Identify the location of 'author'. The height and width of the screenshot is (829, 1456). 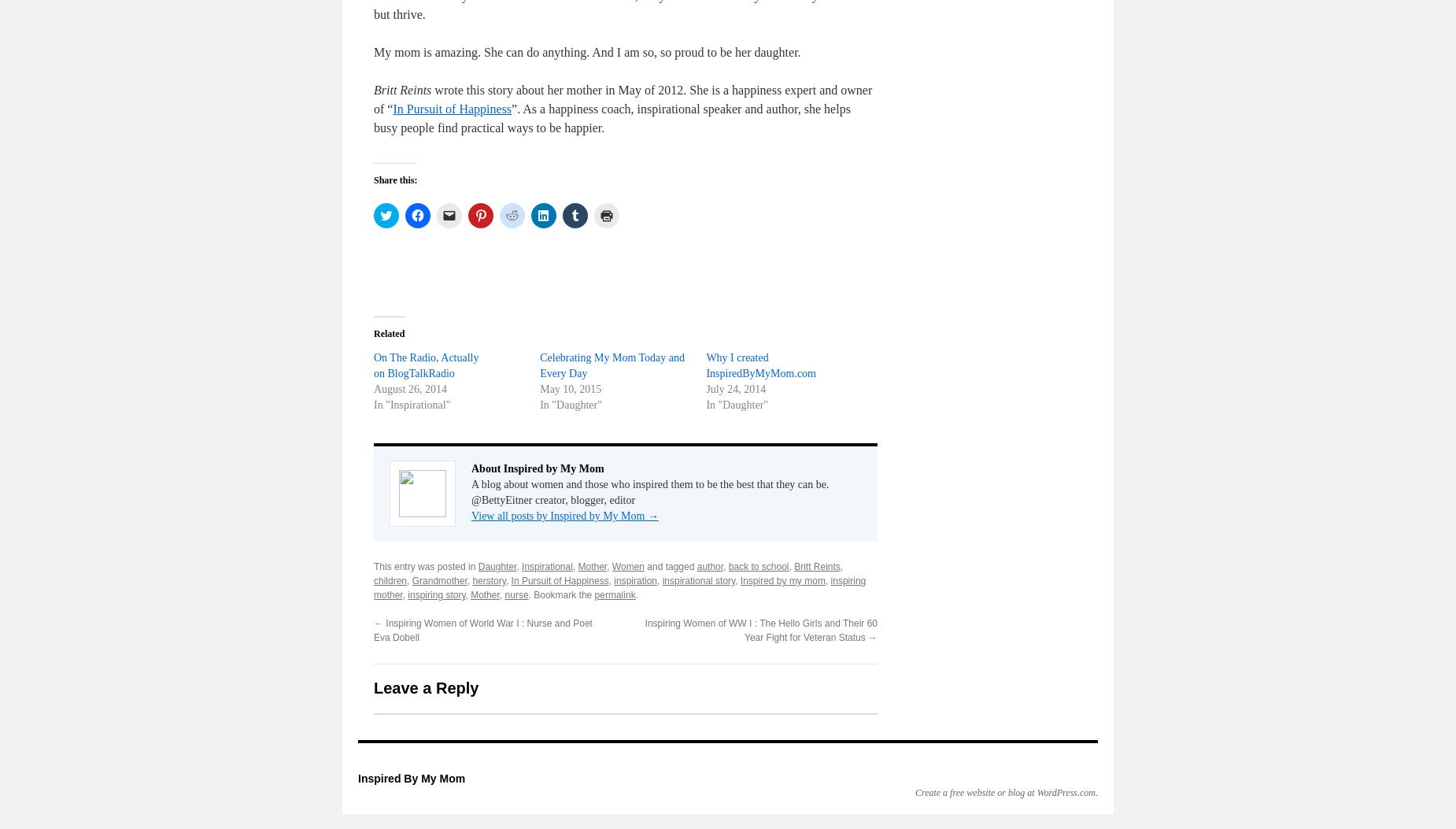
(710, 566).